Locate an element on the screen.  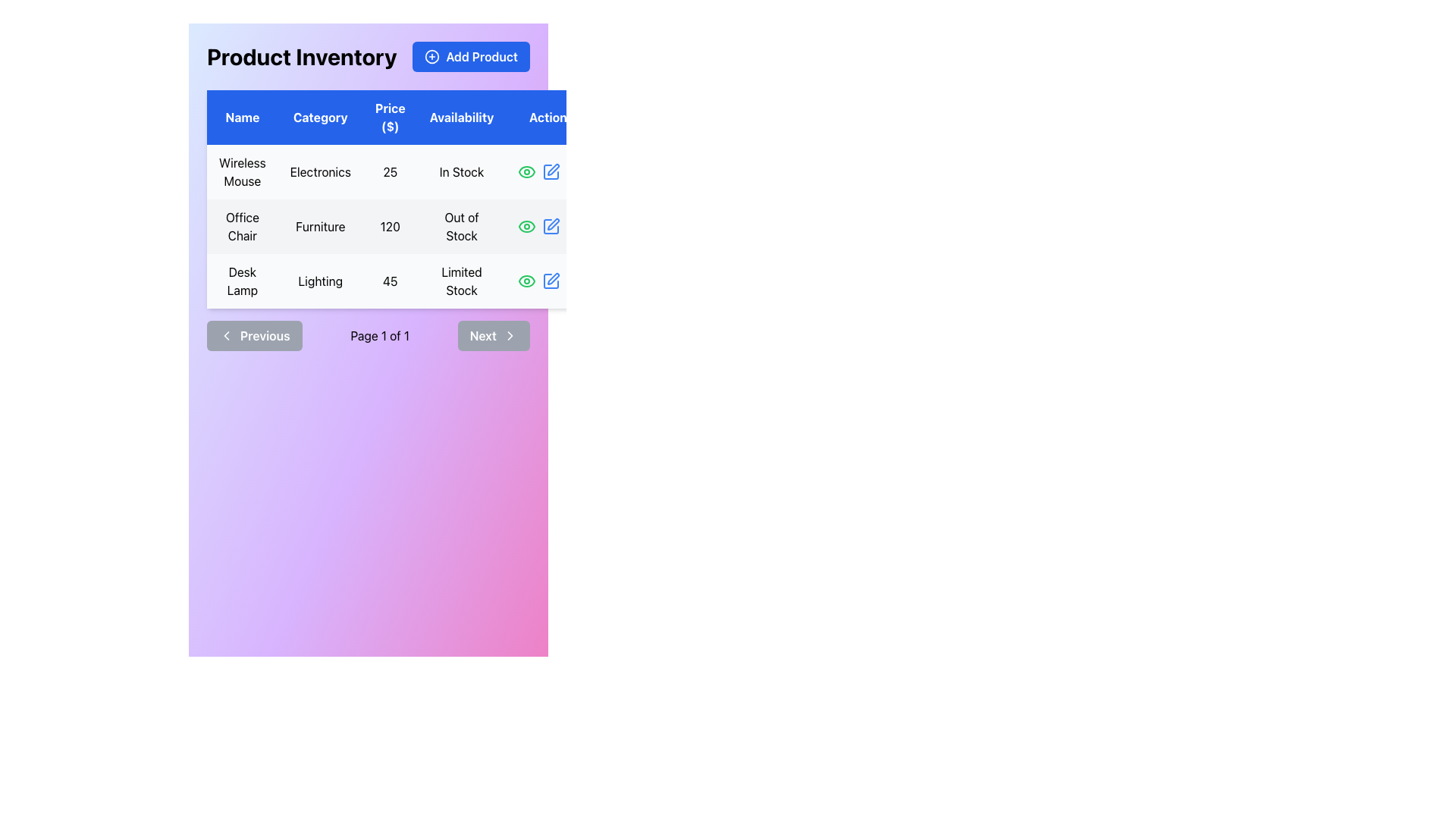
the eye outline icon with a green stroke located in the Action column of the second row in the table is located at coordinates (527, 171).